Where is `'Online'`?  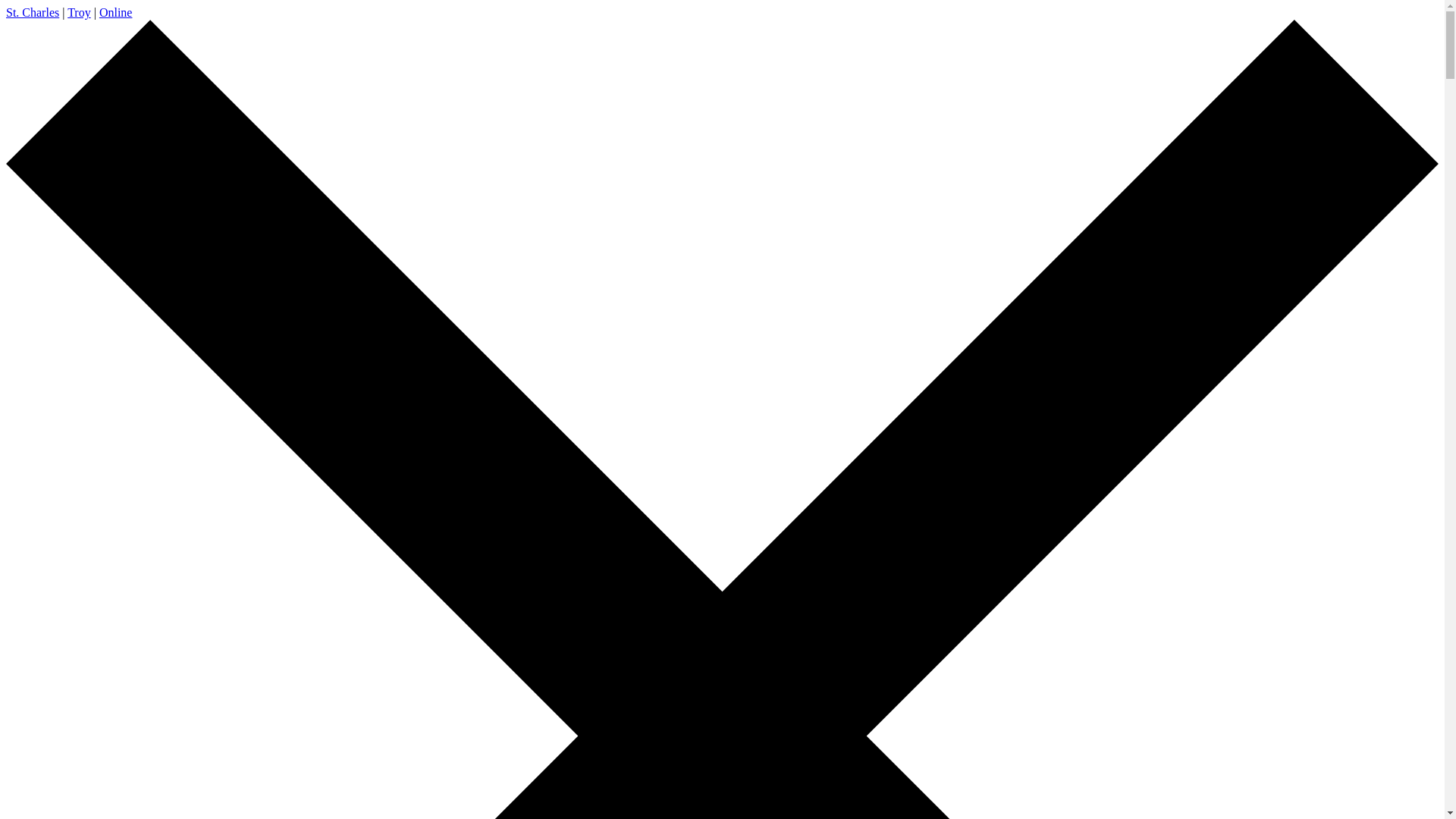
'Online' is located at coordinates (115, 12).